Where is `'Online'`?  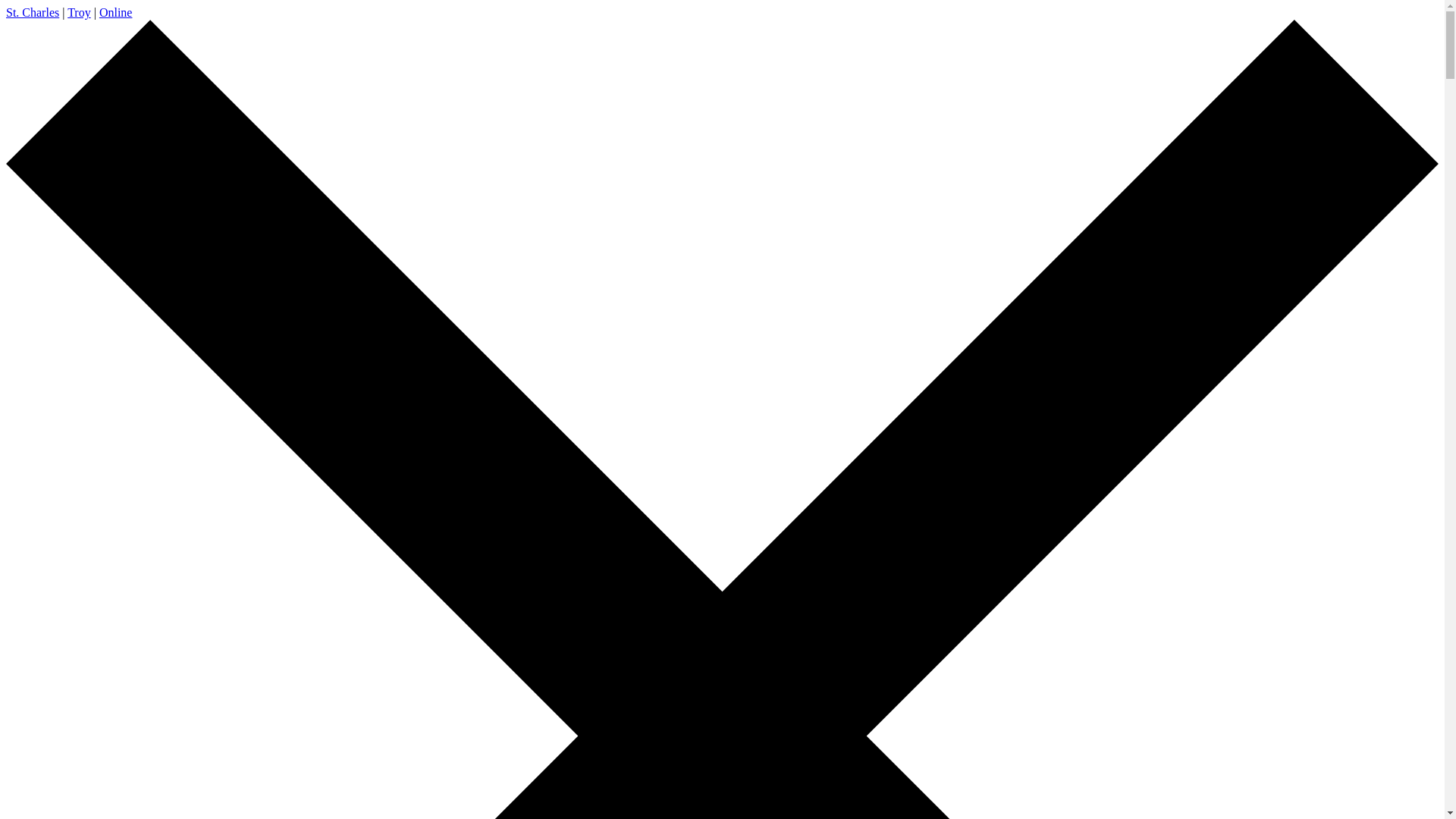
'Online' is located at coordinates (115, 12).